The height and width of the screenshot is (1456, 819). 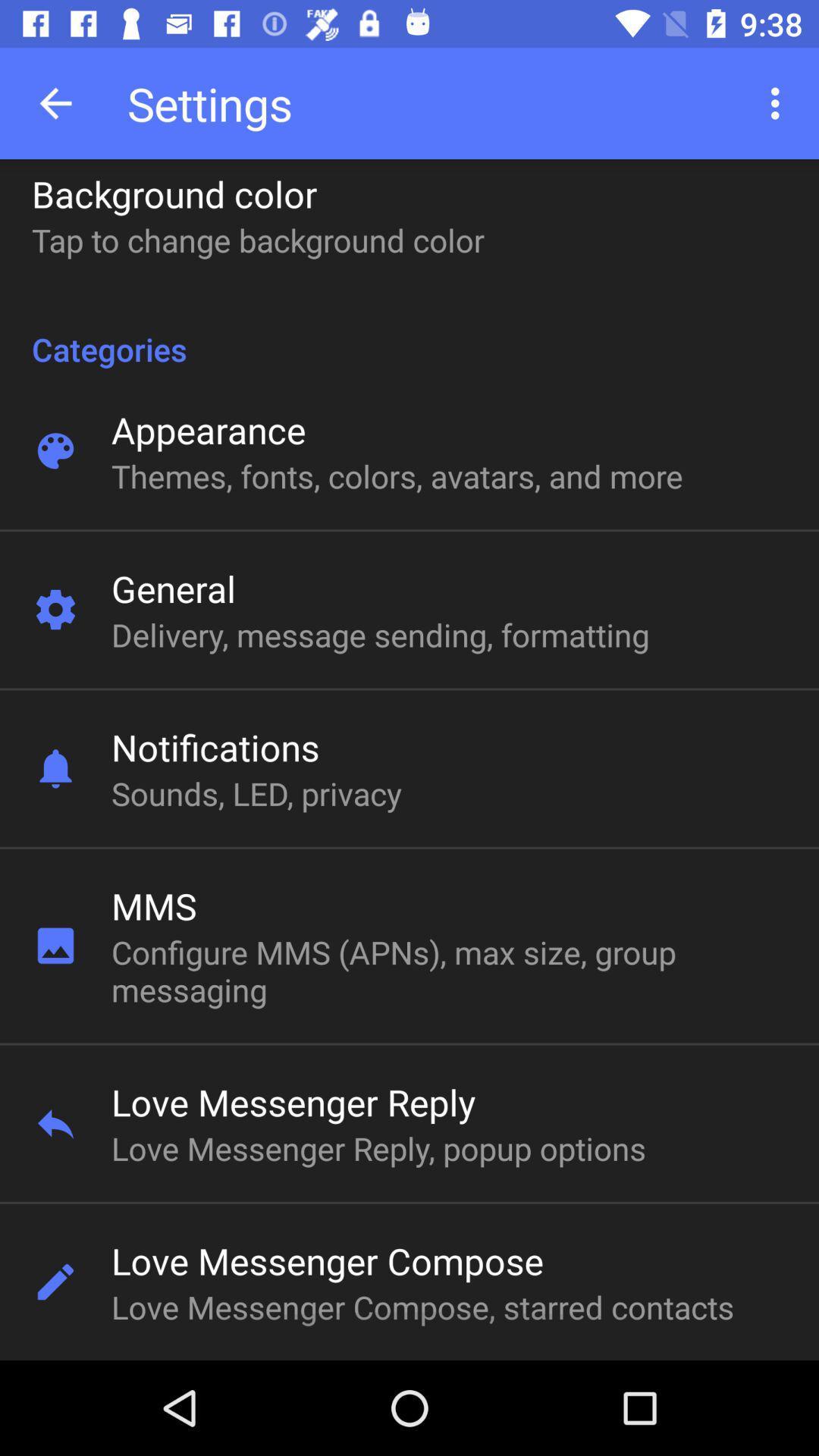 I want to click on icon above the general, so click(x=396, y=475).